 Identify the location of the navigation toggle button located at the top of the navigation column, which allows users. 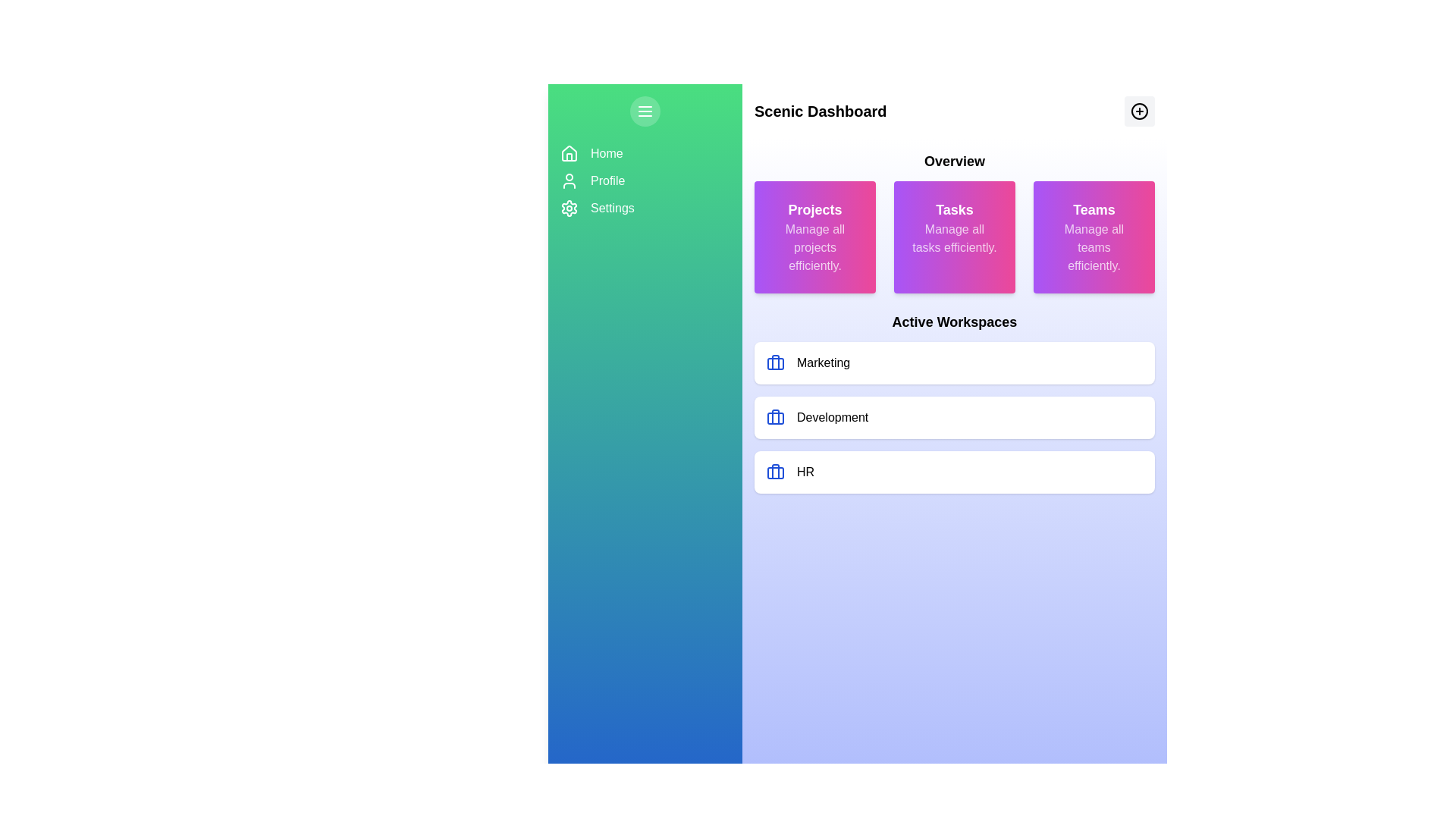
(645, 110).